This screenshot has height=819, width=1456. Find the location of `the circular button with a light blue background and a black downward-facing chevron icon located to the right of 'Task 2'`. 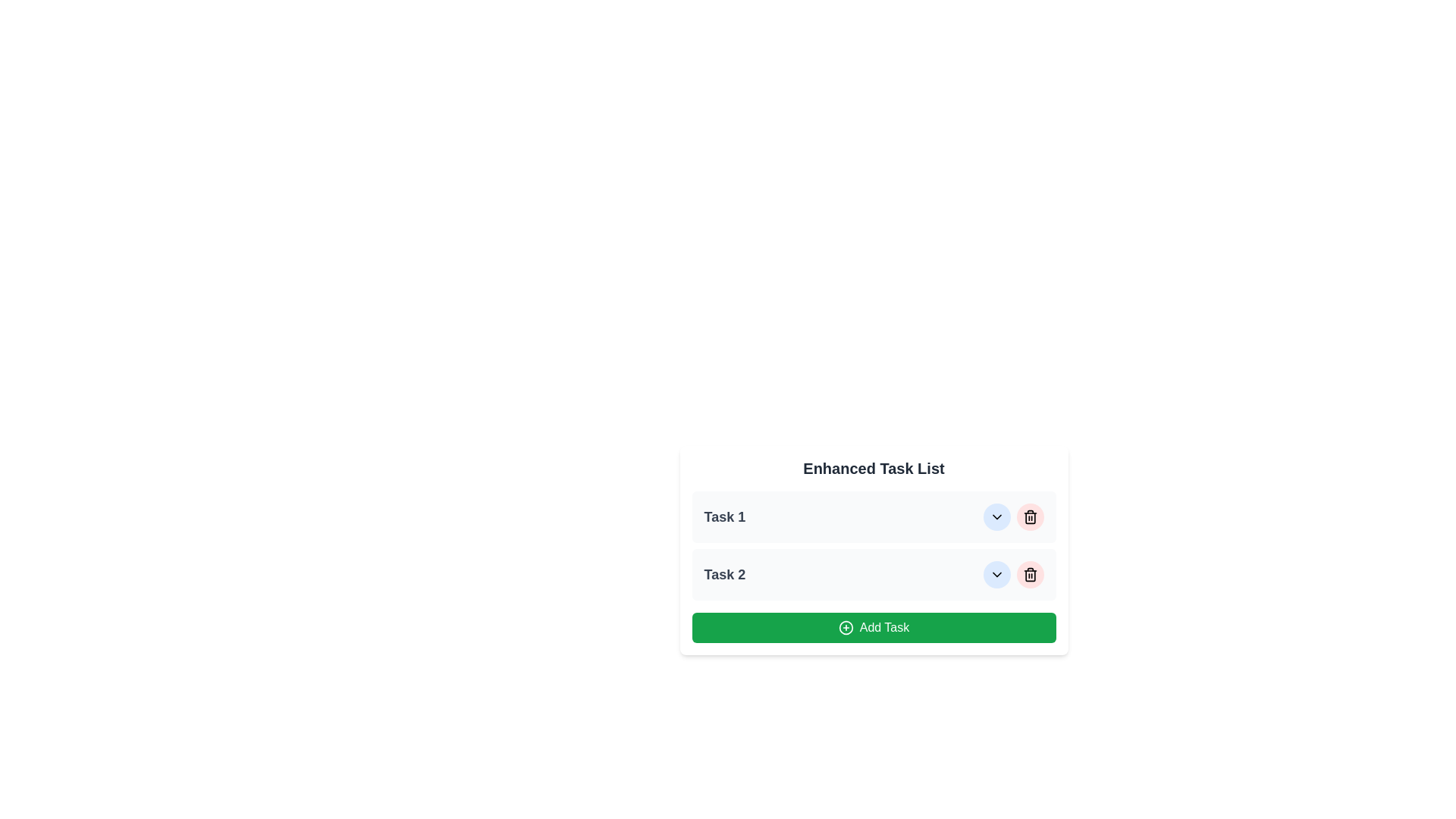

the circular button with a light blue background and a black downward-facing chevron icon located to the right of 'Task 2' is located at coordinates (996, 516).